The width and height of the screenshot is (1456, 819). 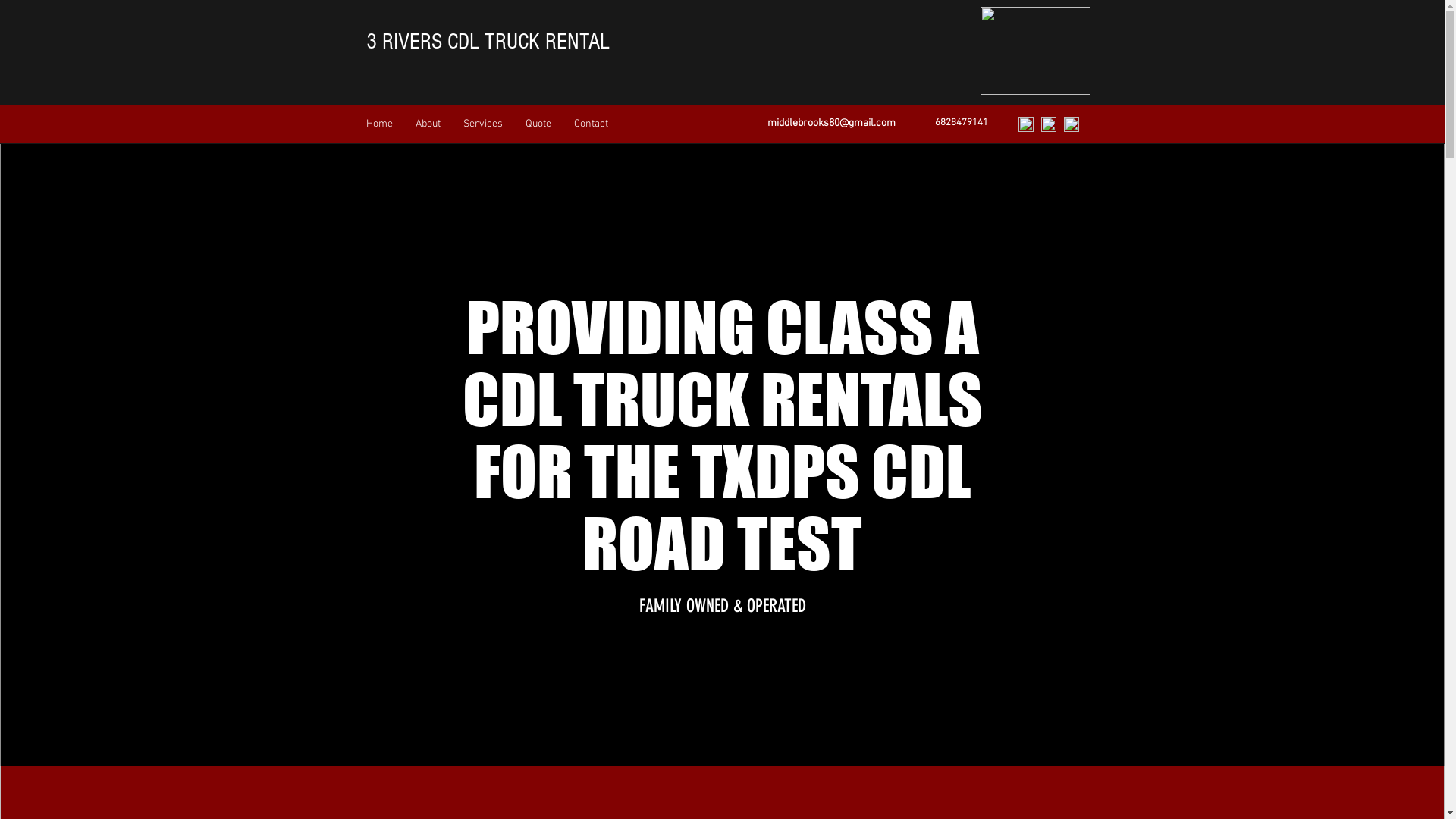 I want to click on 'Quote', so click(x=538, y=124).